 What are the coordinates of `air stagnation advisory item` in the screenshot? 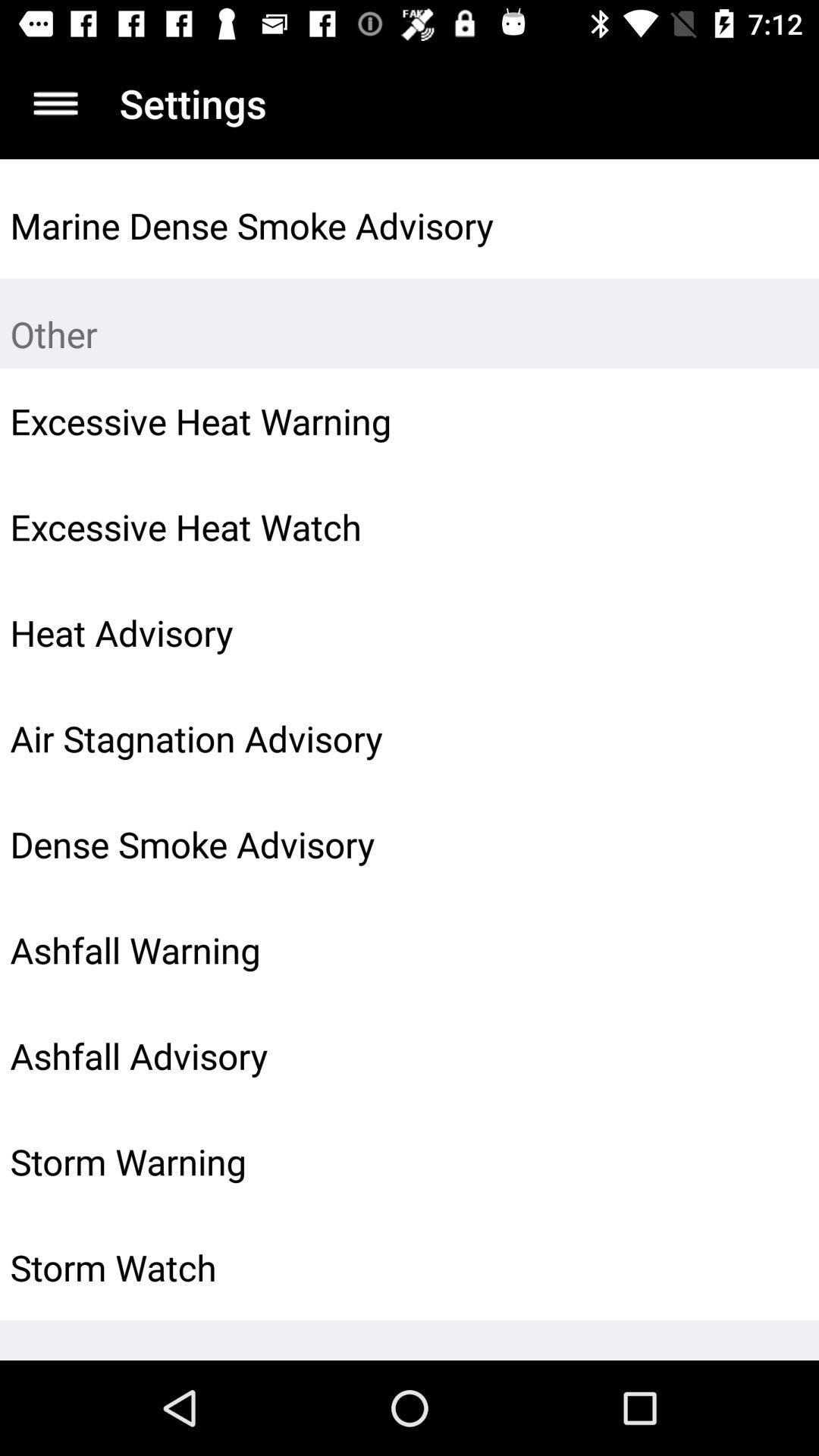 It's located at (366, 738).